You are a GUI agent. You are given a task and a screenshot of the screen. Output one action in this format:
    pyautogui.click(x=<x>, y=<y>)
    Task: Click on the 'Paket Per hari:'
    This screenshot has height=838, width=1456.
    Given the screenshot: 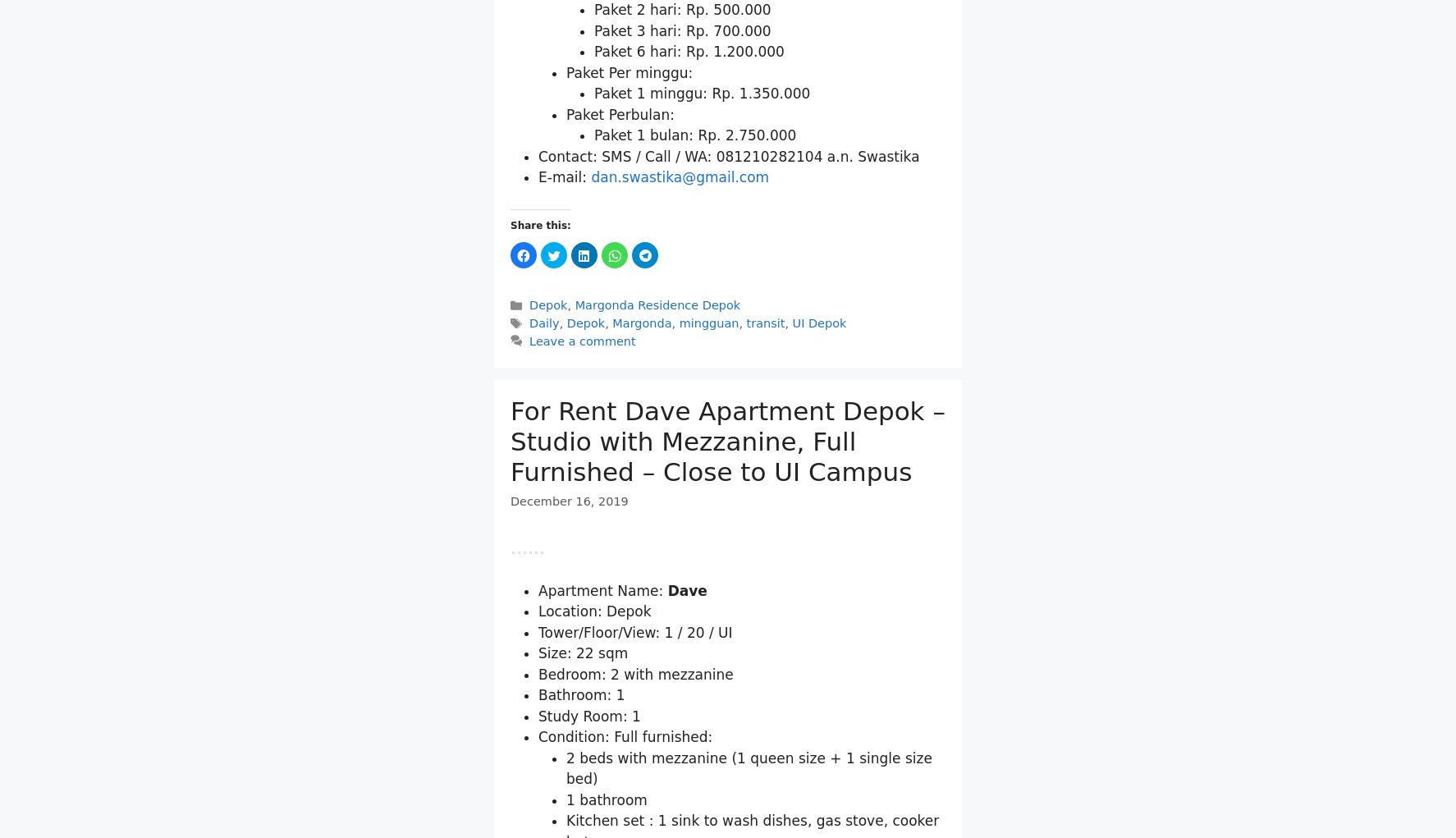 What is the action you would take?
    pyautogui.click(x=615, y=181)
    